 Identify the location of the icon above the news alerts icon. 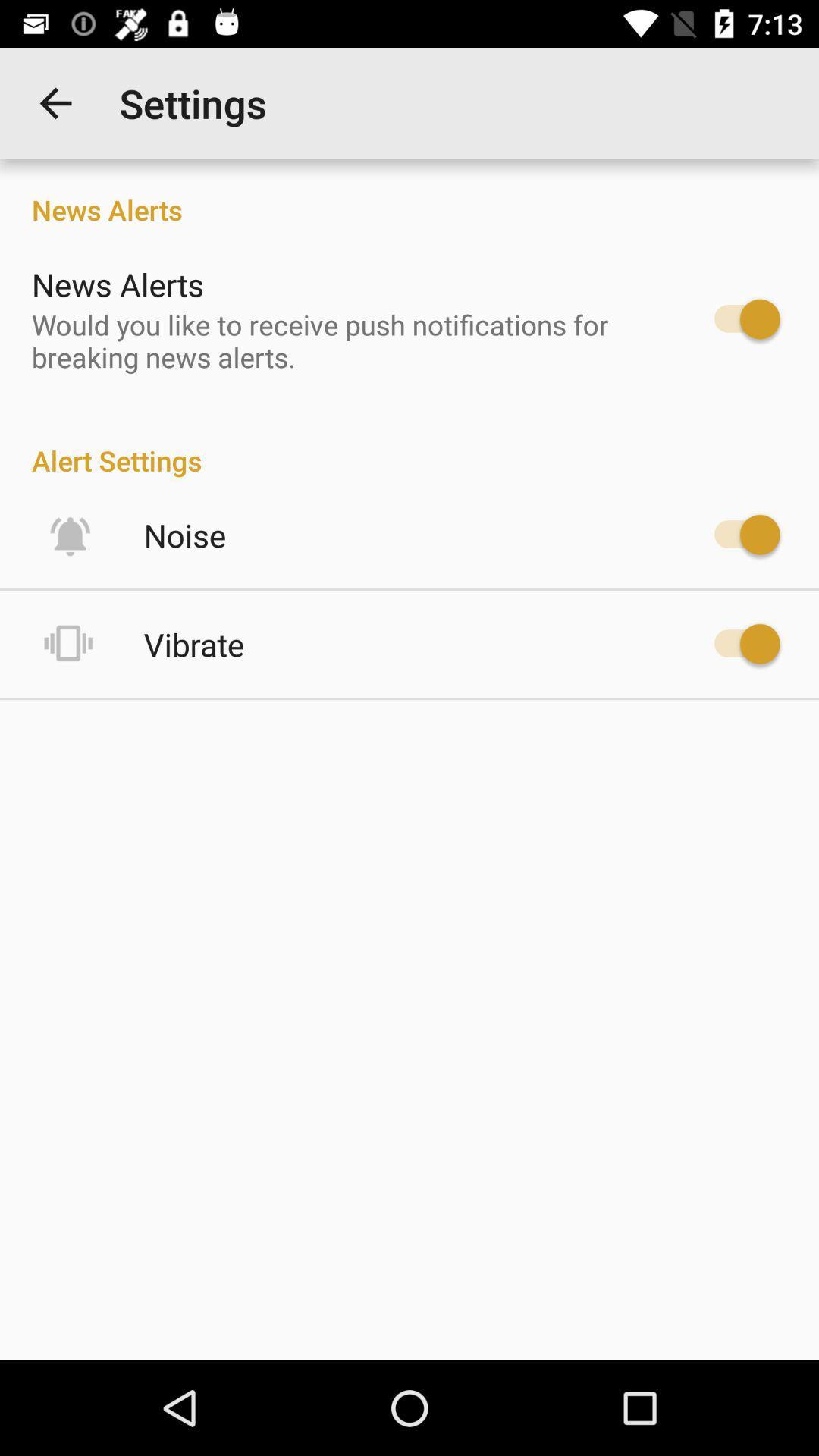
(55, 102).